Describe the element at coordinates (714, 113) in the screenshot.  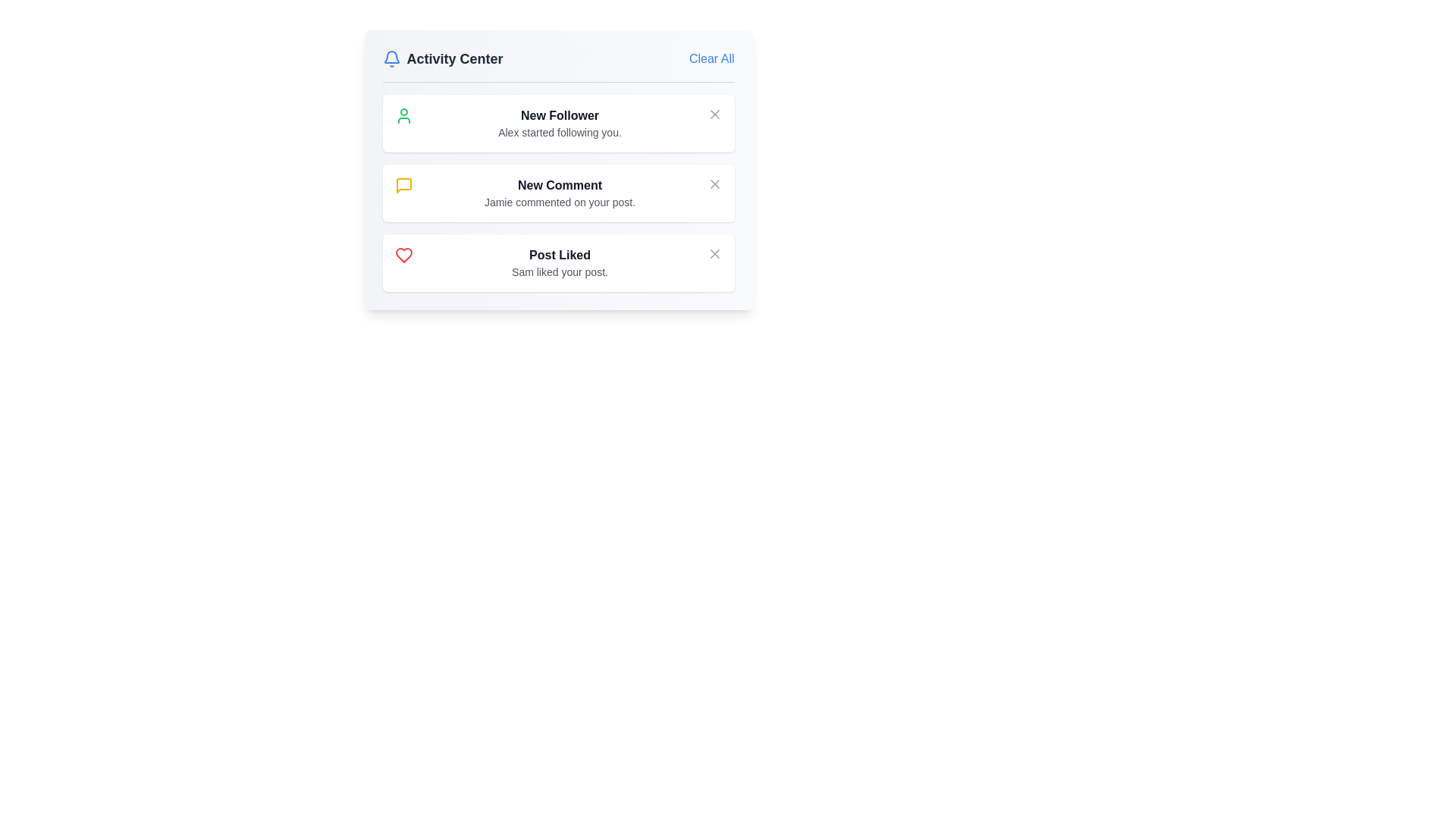
I see `the Close (X) icon rendered as SVG graphics located to the far right of the 'New Follower' notification entry` at that location.